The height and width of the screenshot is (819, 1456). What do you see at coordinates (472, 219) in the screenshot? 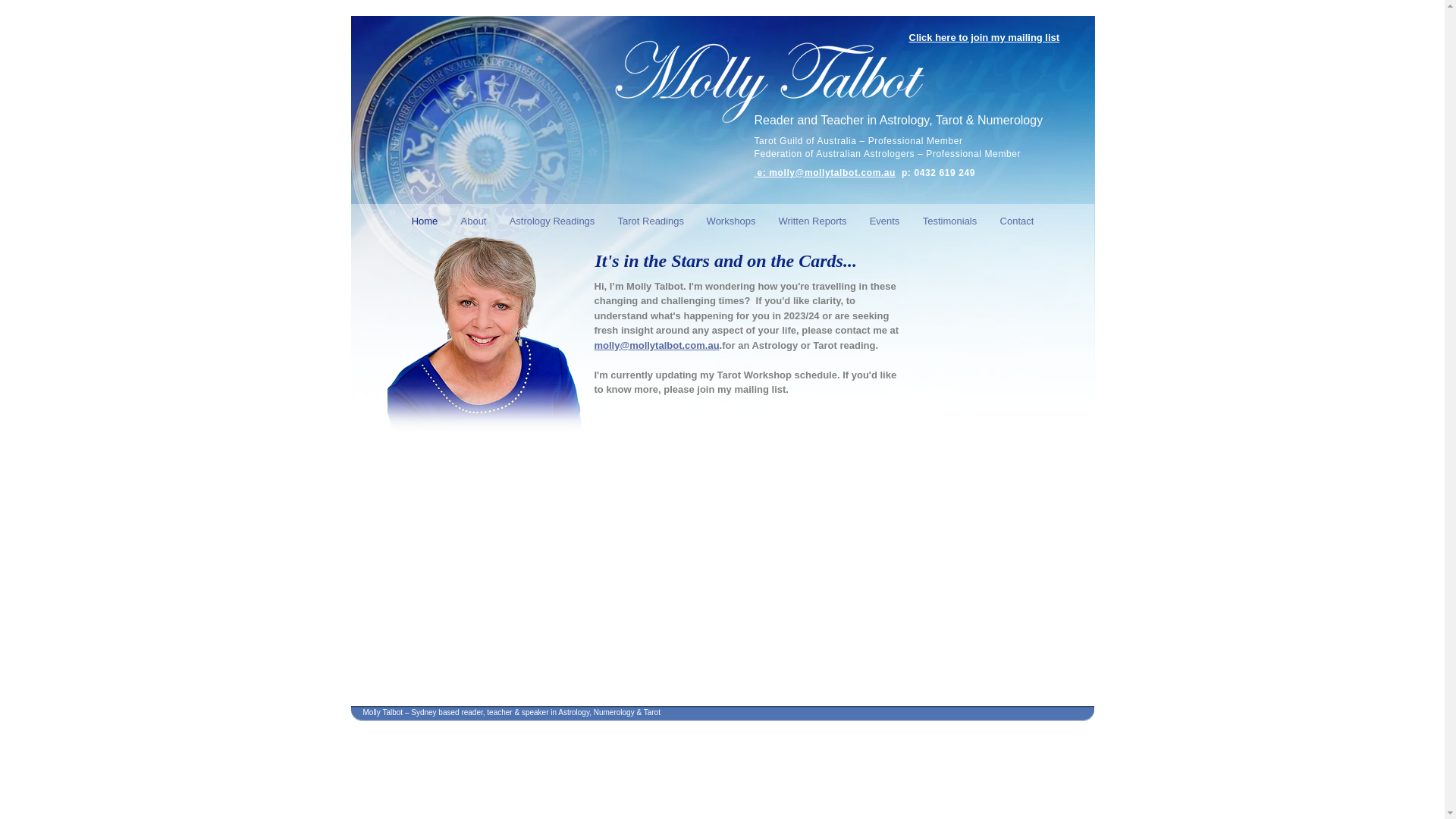
I see `'About'` at bounding box center [472, 219].